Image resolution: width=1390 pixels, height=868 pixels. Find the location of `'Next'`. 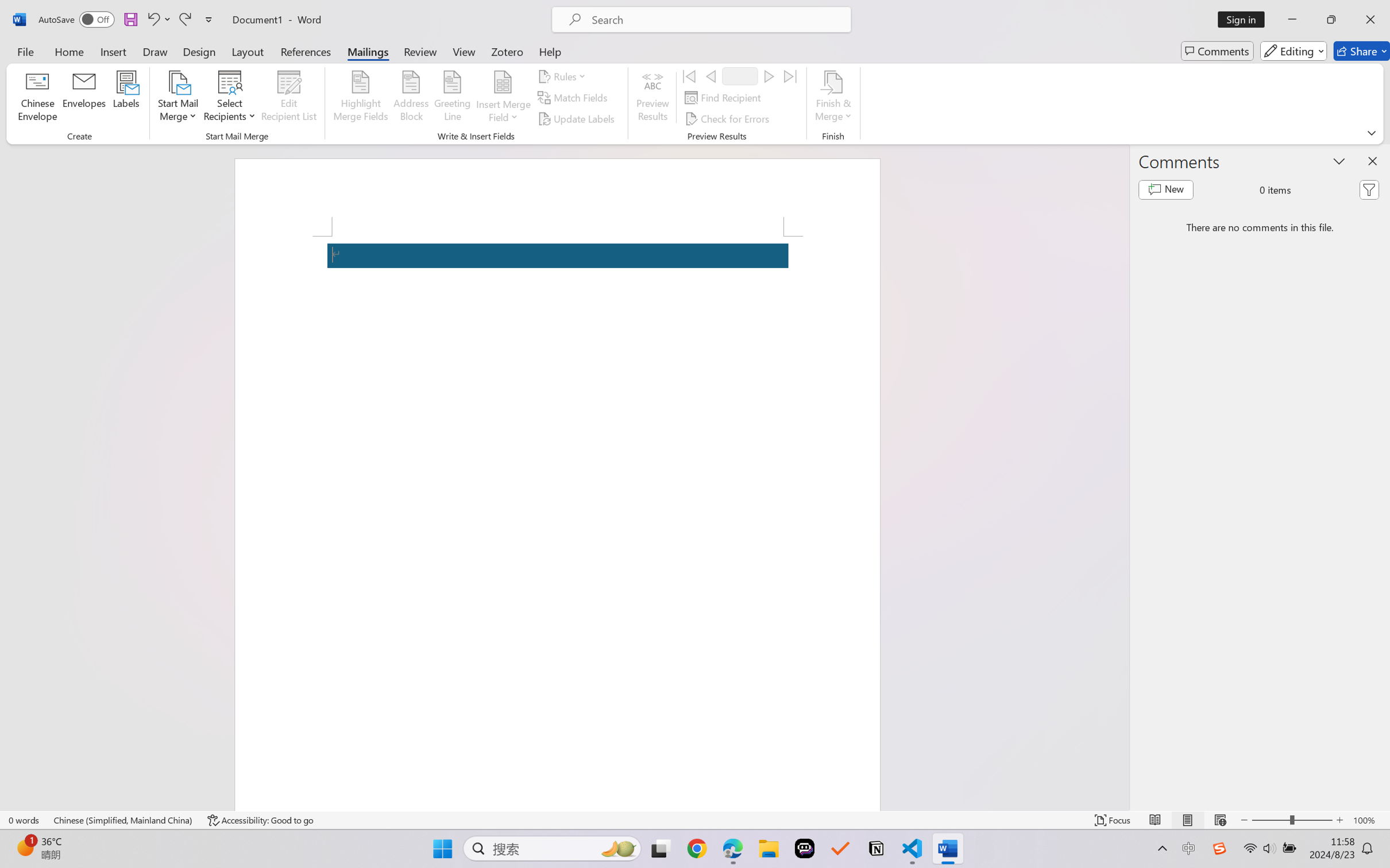

'Next' is located at coordinates (769, 75).